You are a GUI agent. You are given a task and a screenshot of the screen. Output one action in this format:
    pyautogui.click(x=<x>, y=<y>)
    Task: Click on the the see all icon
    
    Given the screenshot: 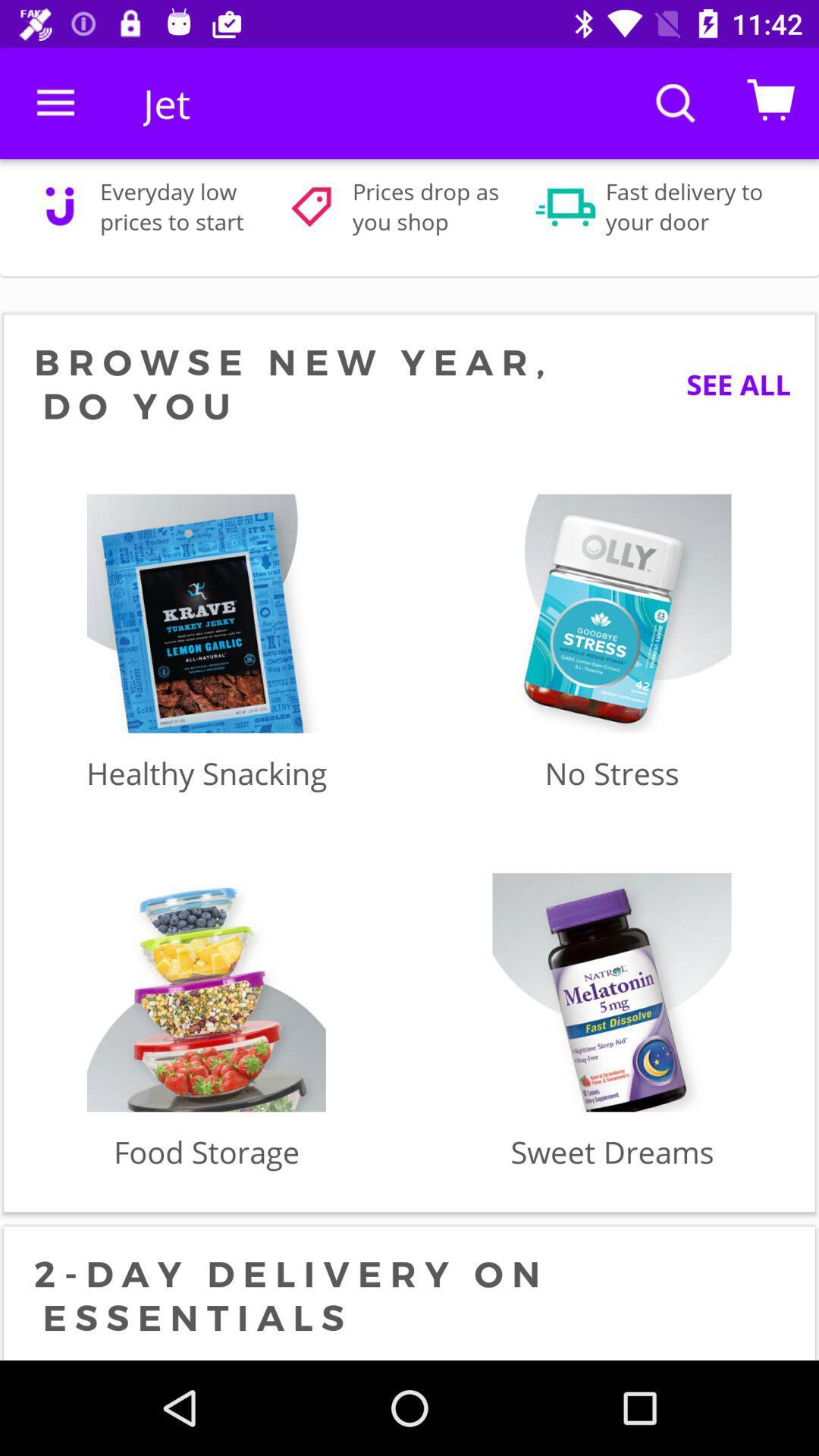 What is the action you would take?
    pyautogui.click(x=726, y=384)
    